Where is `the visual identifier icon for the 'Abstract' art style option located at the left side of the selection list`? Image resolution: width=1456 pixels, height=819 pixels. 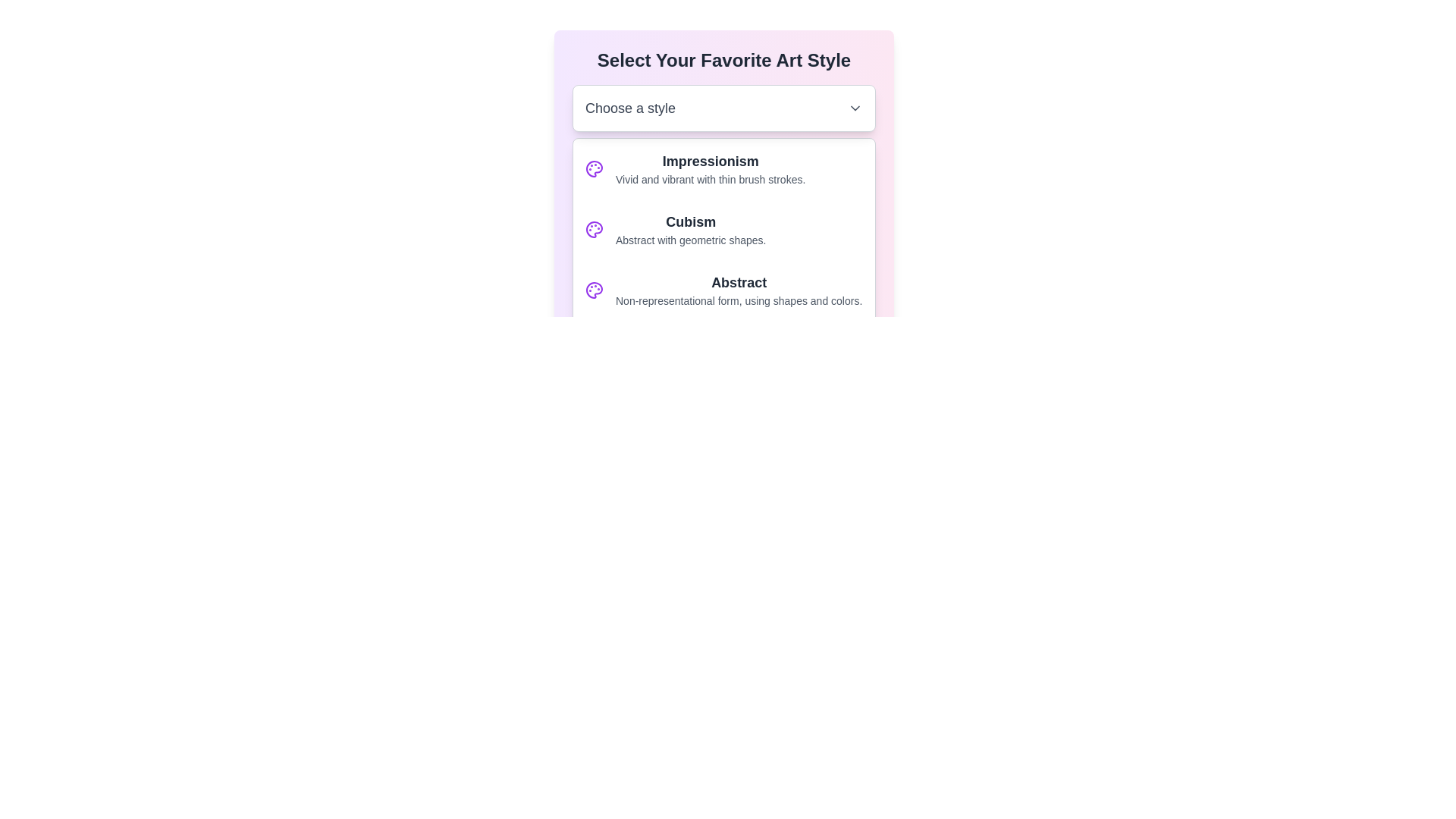
the visual identifier icon for the 'Abstract' art style option located at the left side of the selection list is located at coordinates (593, 290).